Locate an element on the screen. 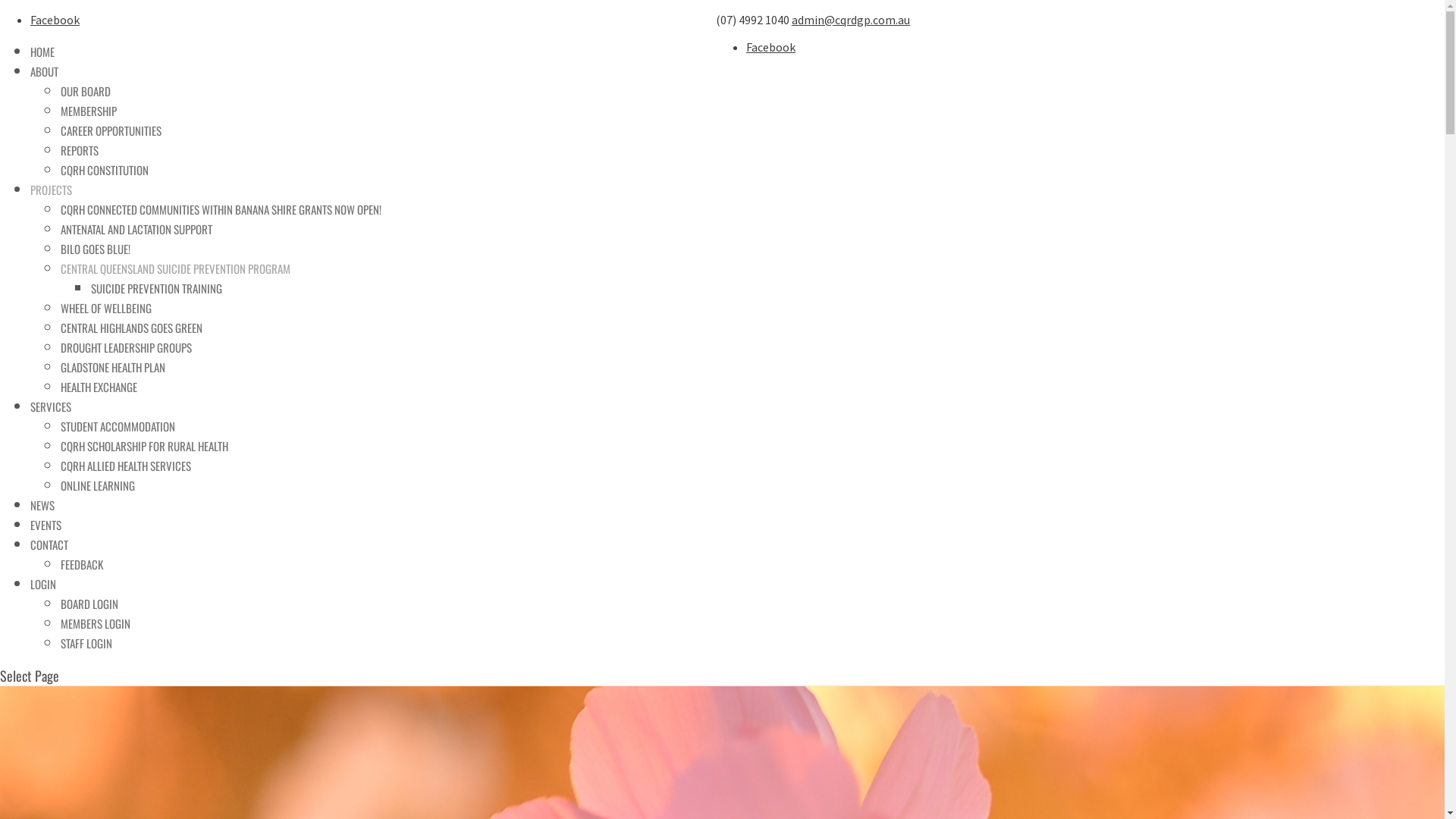 Image resolution: width=1456 pixels, height=819 pixels. 'STUDENT ACCOMMODATION' is located at coordinates (117, 426).